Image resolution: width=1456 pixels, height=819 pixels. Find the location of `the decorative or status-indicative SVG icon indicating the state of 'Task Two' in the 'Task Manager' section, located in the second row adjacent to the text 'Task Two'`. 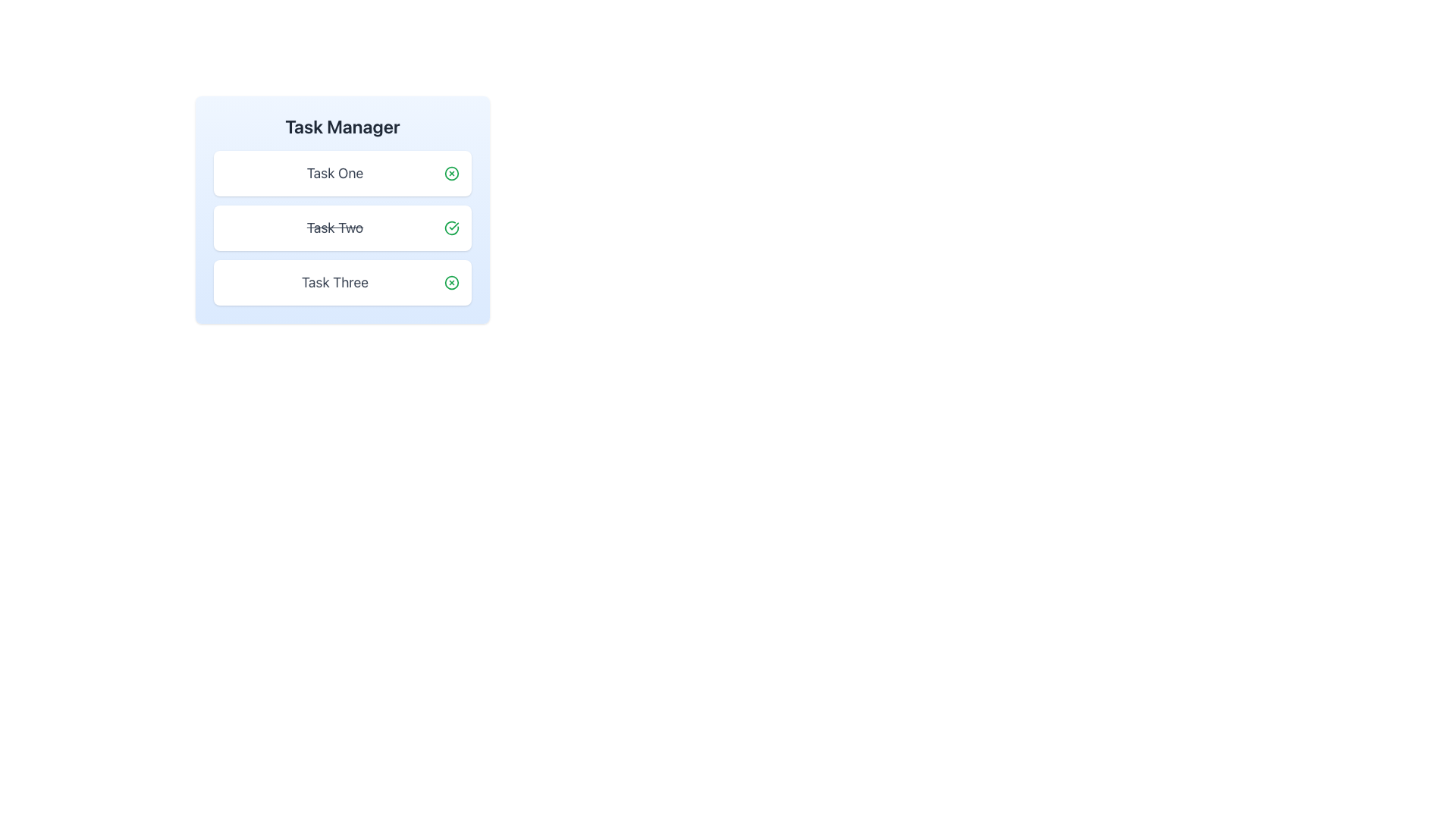

the decorative or status-indicative SVG icon indicating the state of 'Task Two' in the 'Task Manager' section, located in the second row adjacent to the text 'Task Two' is located at coordinates (450, 227).